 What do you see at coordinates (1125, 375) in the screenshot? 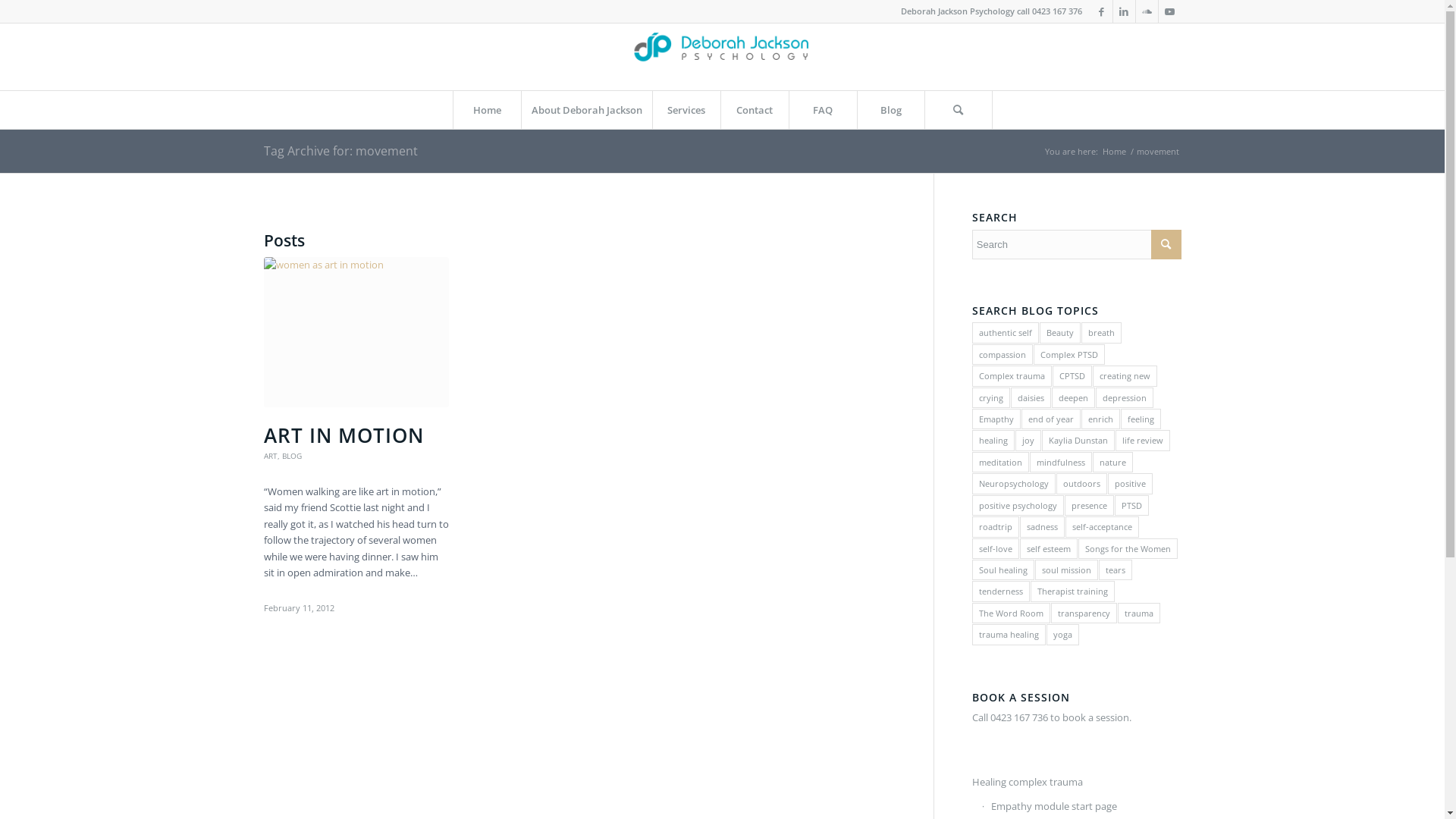
I see `'creating new'` at bounding box center [1125, 375].